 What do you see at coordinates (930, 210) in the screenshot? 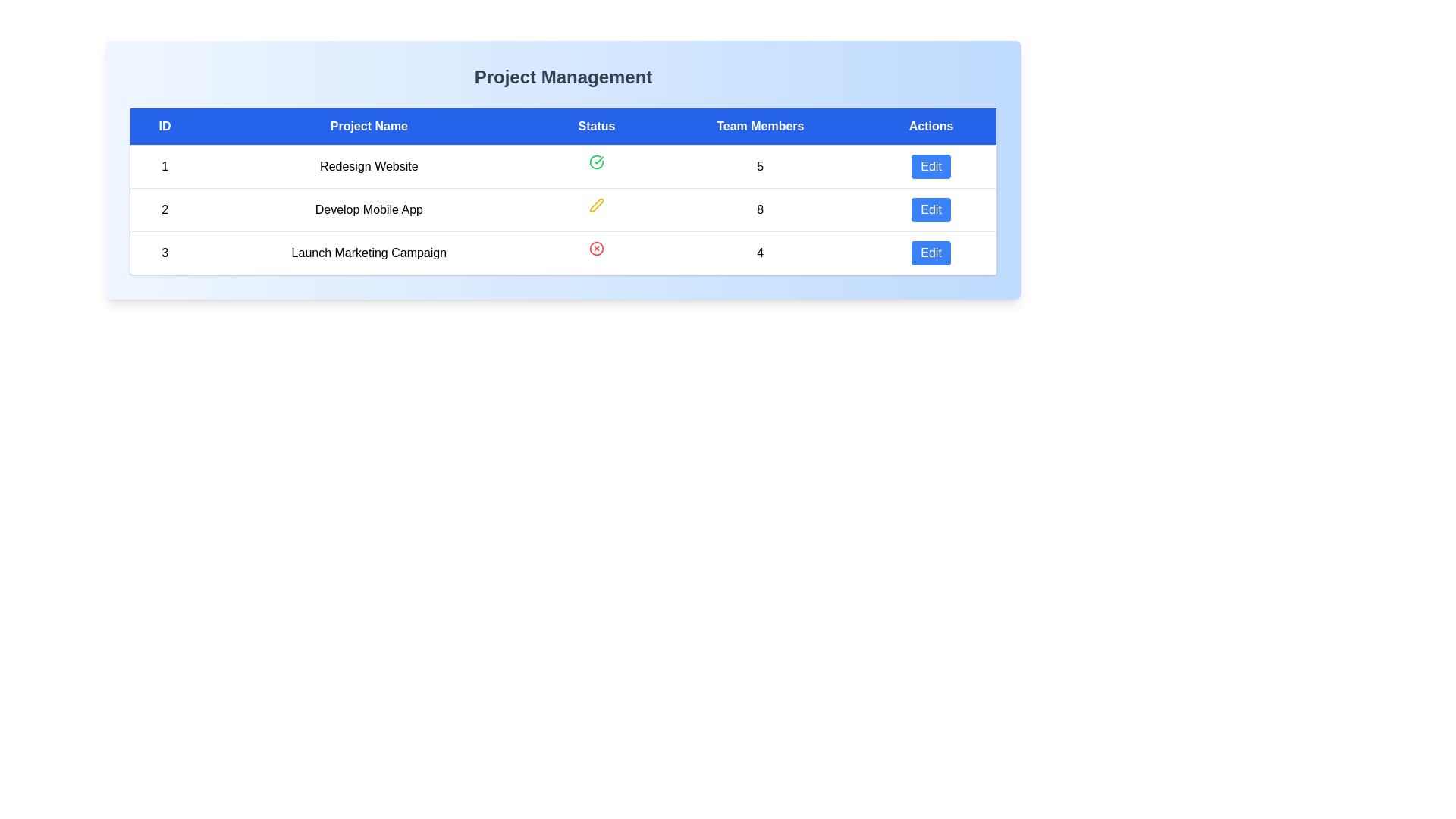
I see `the 'Edit' button for the project with ID 2` at bounding box center [930, 210].